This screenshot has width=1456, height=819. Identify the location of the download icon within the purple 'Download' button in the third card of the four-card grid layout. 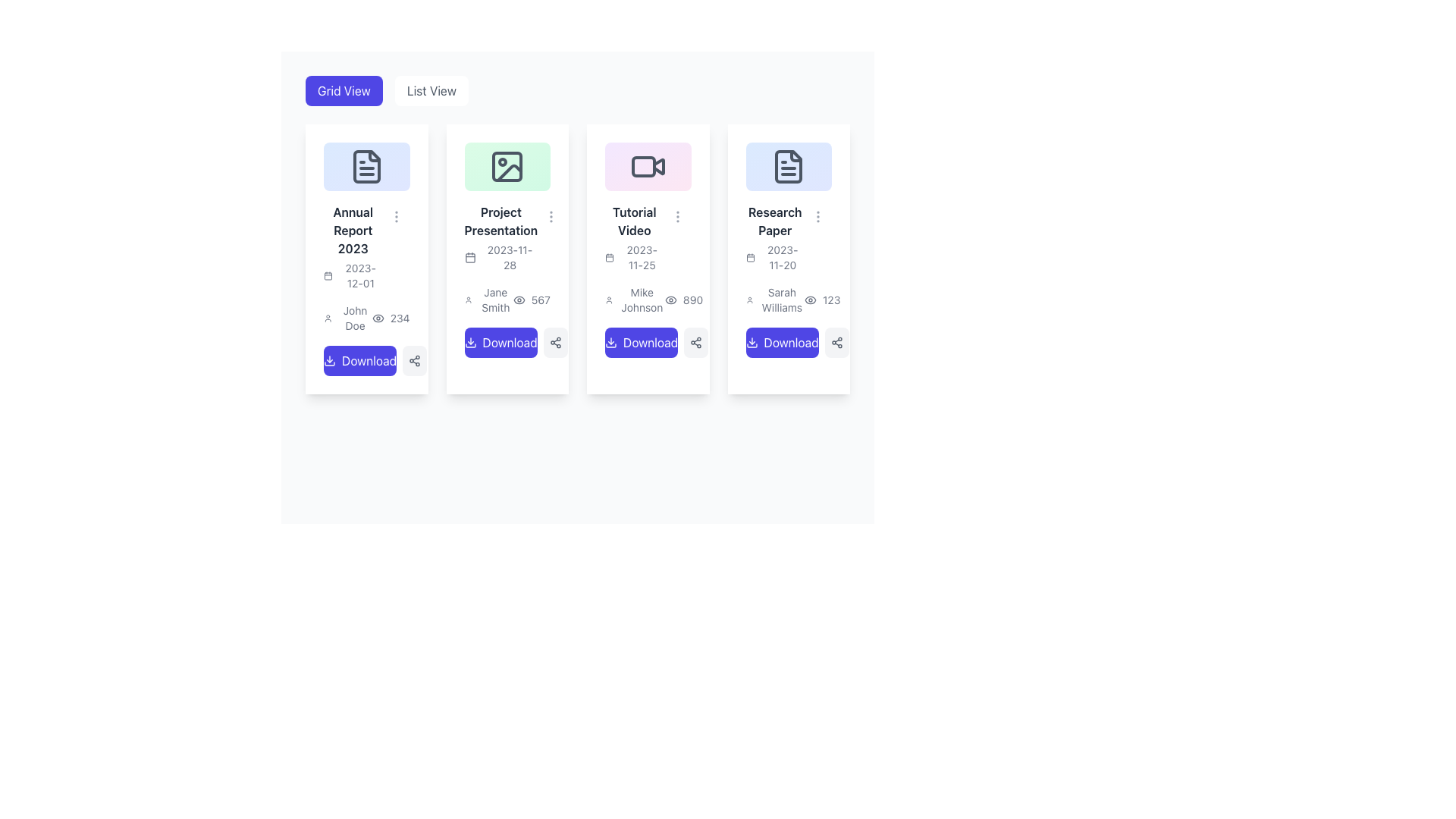
(611, 342).